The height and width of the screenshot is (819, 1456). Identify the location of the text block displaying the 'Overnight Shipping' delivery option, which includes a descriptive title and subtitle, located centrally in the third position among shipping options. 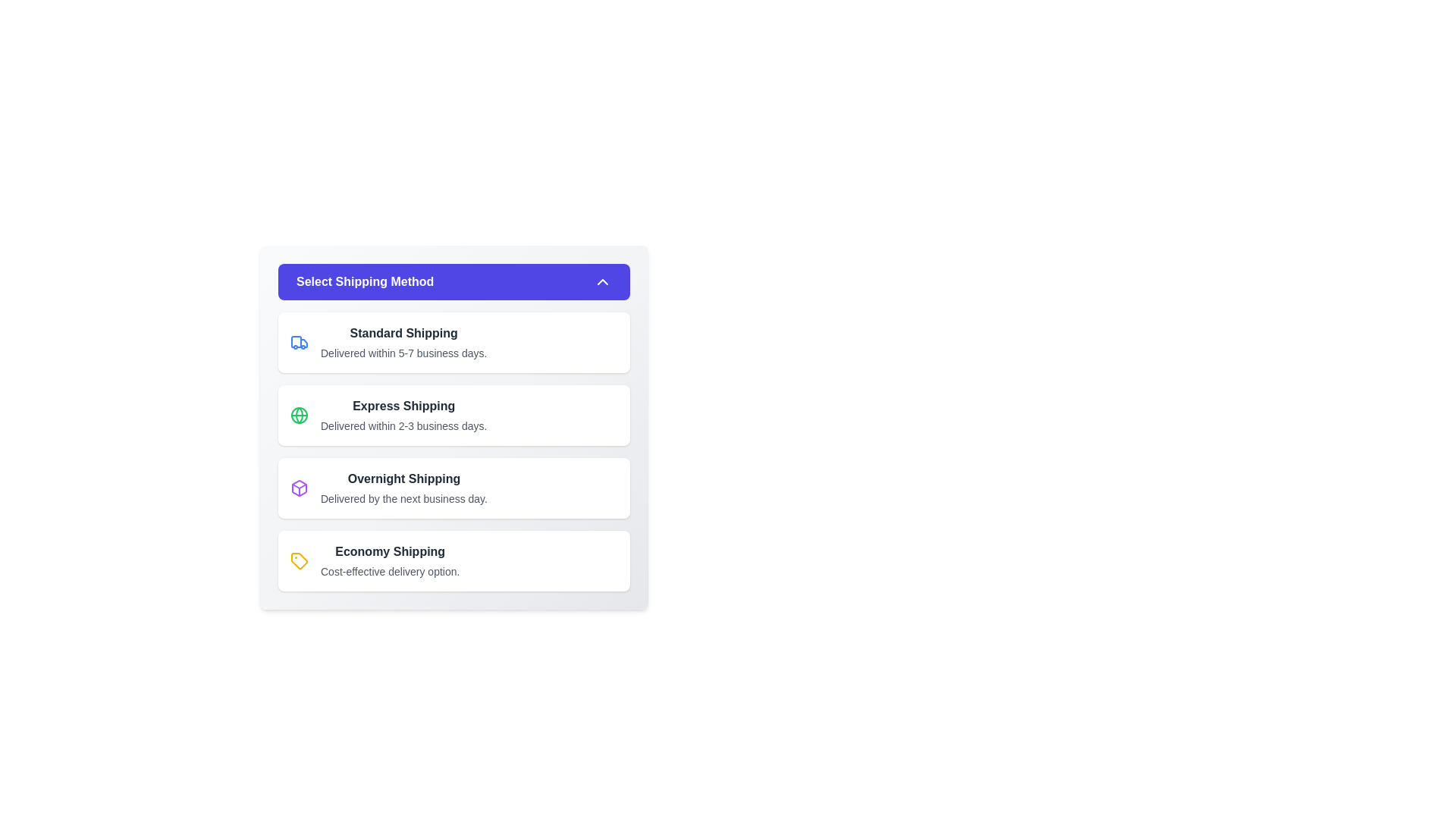
(403, 488).